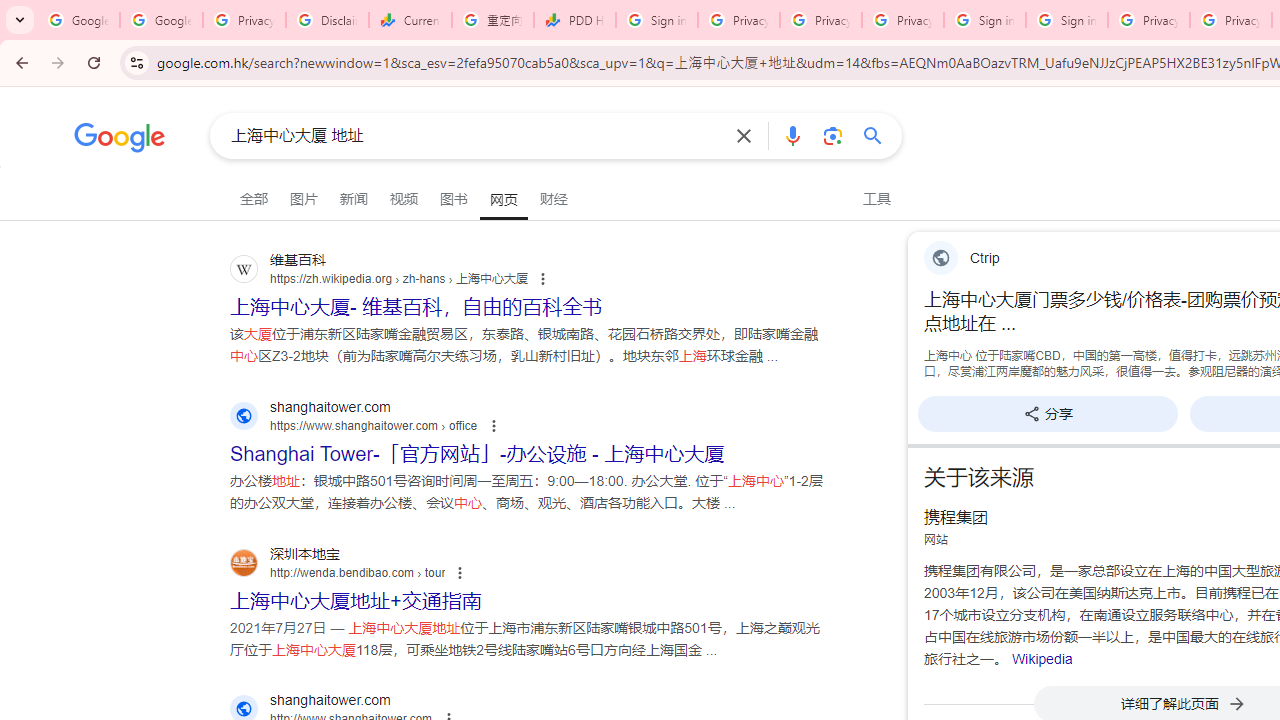 The width and height of the screenshot is (1280, 720). What do you see at coordinates (1040, 659) in the screenshot?
I see `'Wikipedia'` at bounding box center [1040, 659].